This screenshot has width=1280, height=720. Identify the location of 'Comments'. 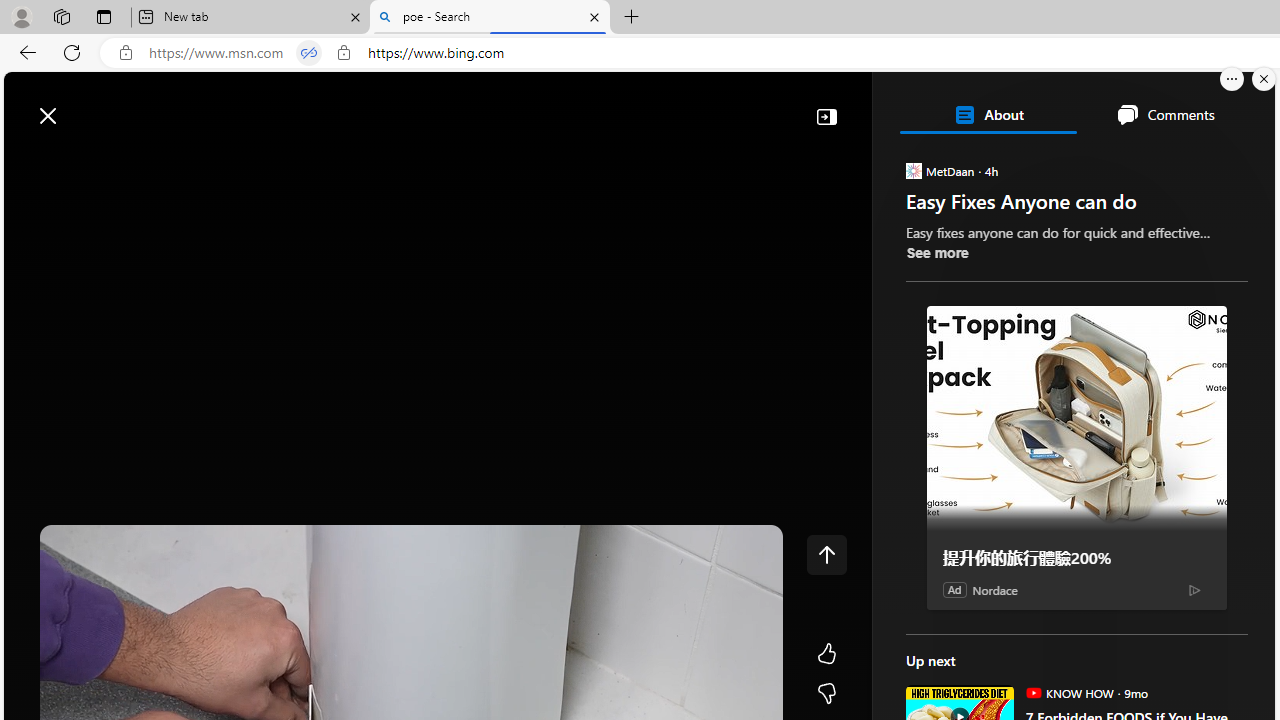
(1165, 114).